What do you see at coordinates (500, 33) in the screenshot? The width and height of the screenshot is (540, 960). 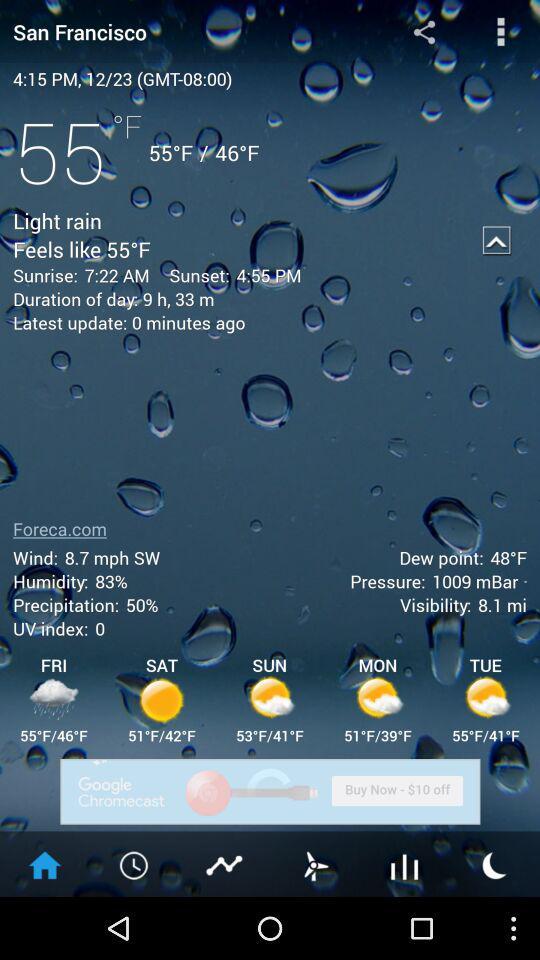 I see `the more icon` at bounding box center [500, 33].